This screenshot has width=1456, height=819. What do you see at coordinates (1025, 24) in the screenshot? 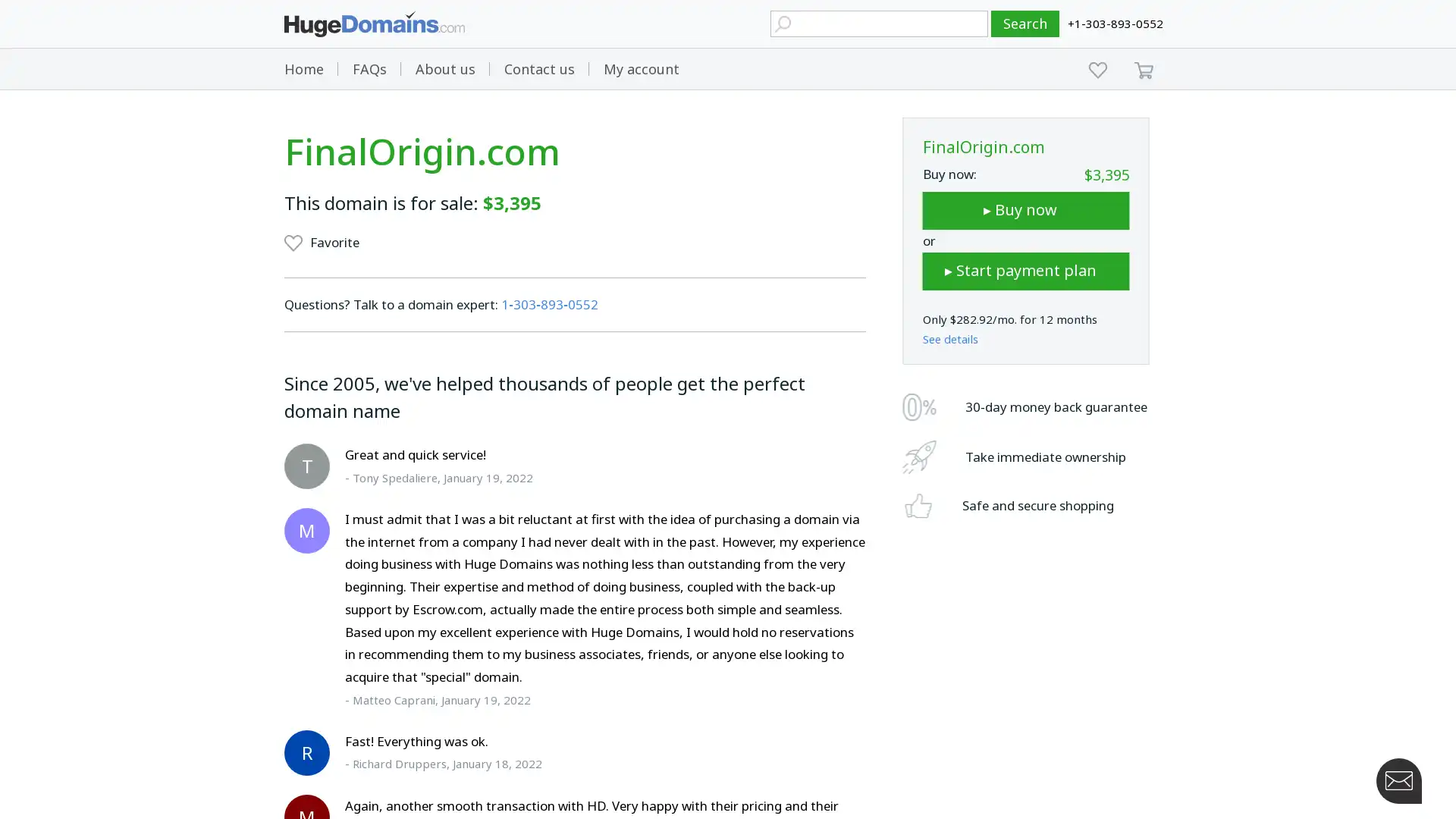
I see `Search` at bounding box center [1025, 24].